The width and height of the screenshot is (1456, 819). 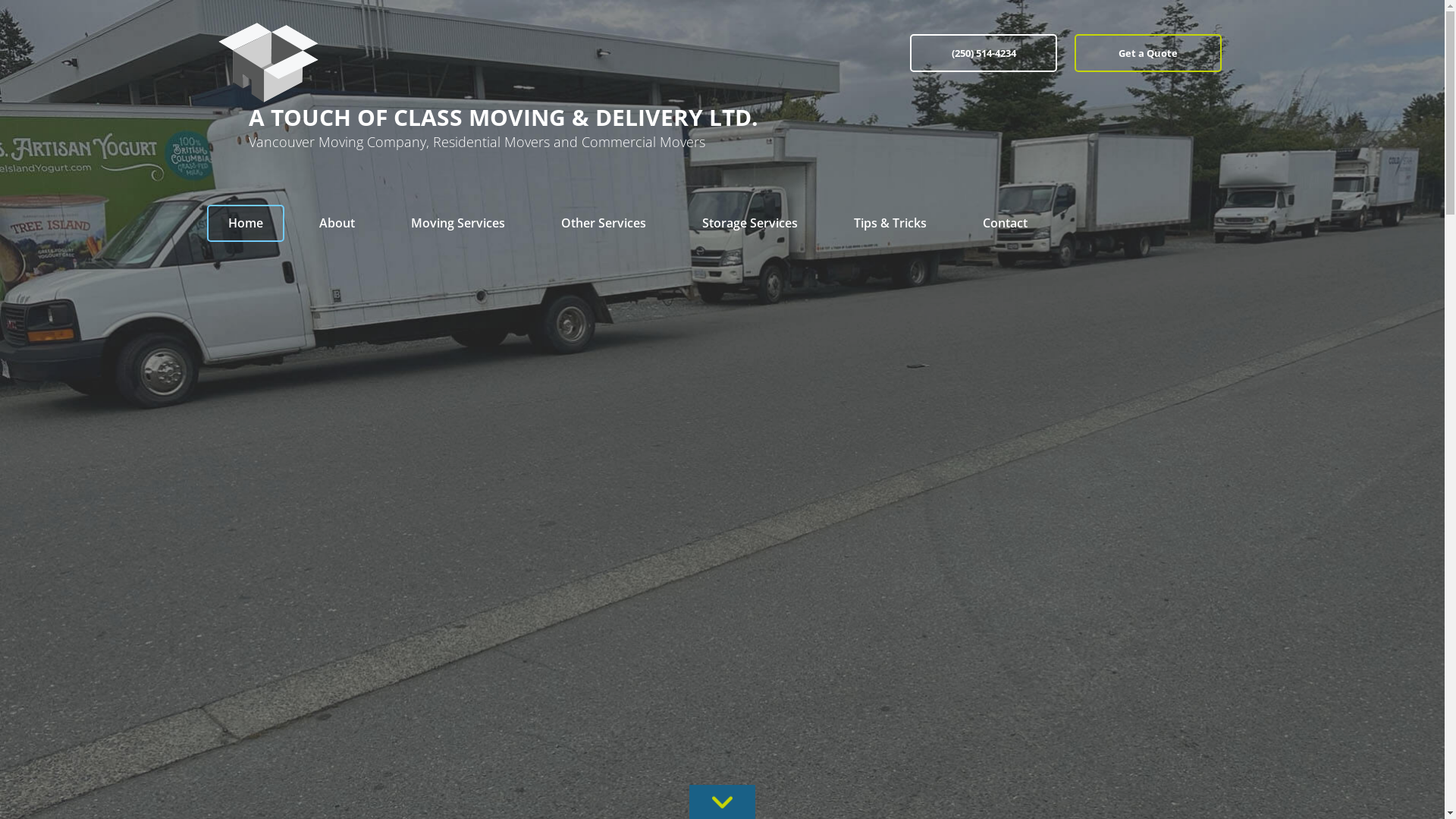 What do you see at coordinates (457, 287) in the screenshot?
I see `'Long Distance Moving'` at bounding box center [457, 287].